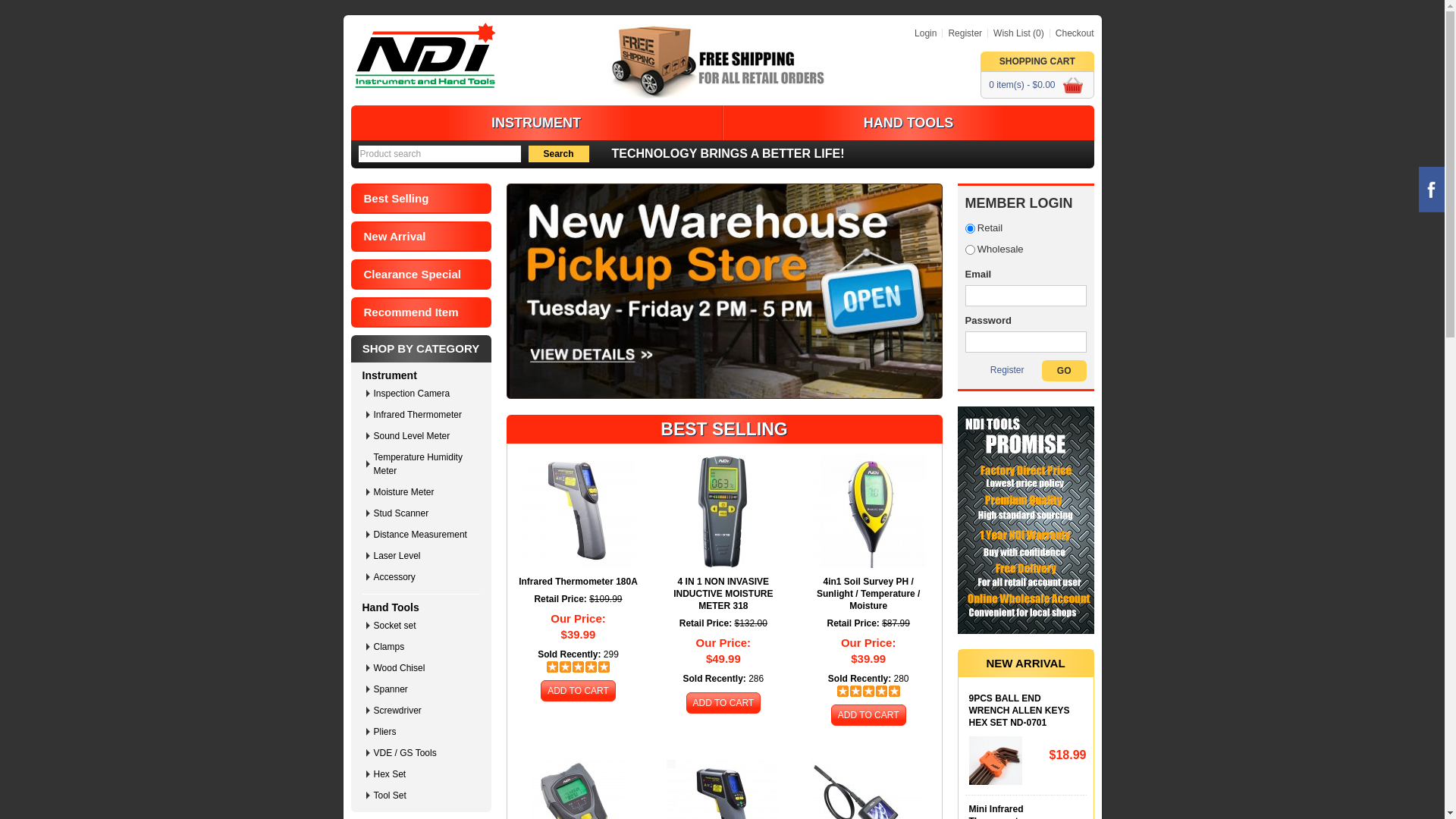 The image size is (1456, 819). What do you see at coordinates (372, 752) in the screenshot?
I see `'VDE / GS Tools'` at bounding box center [372, 752].